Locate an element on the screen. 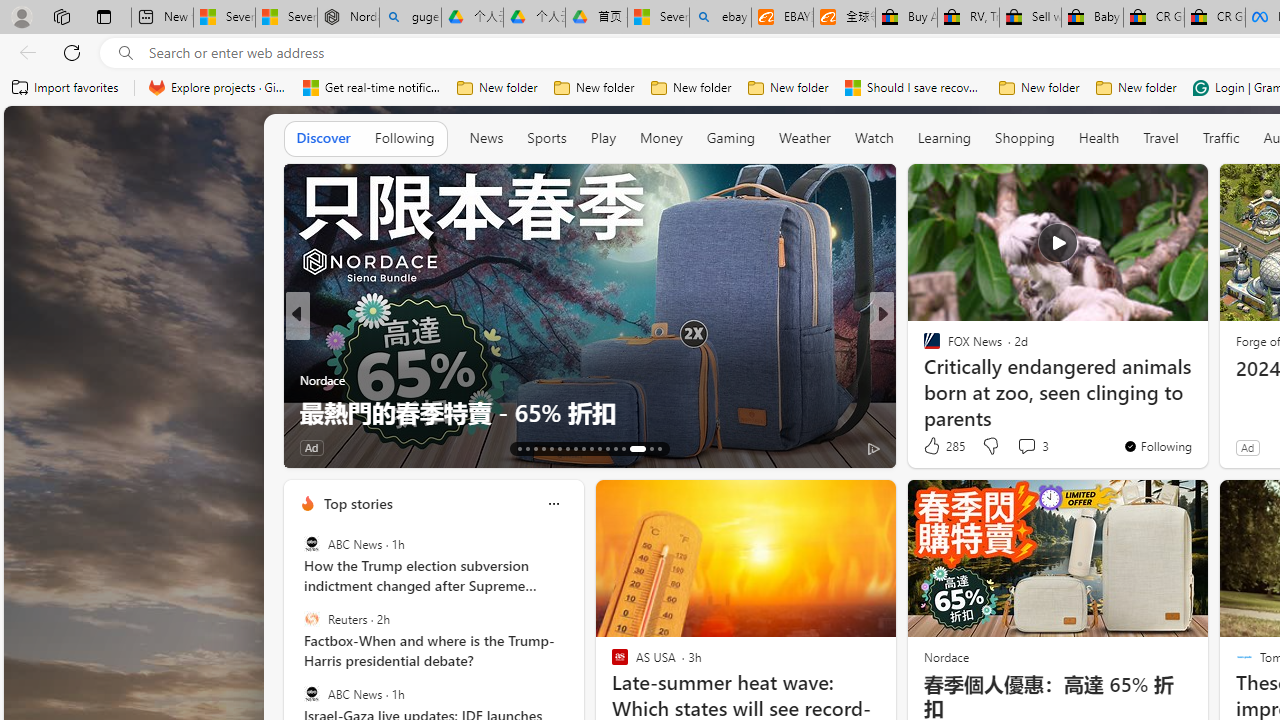  'Tab actions menu' is located at coordinates (103, 16).